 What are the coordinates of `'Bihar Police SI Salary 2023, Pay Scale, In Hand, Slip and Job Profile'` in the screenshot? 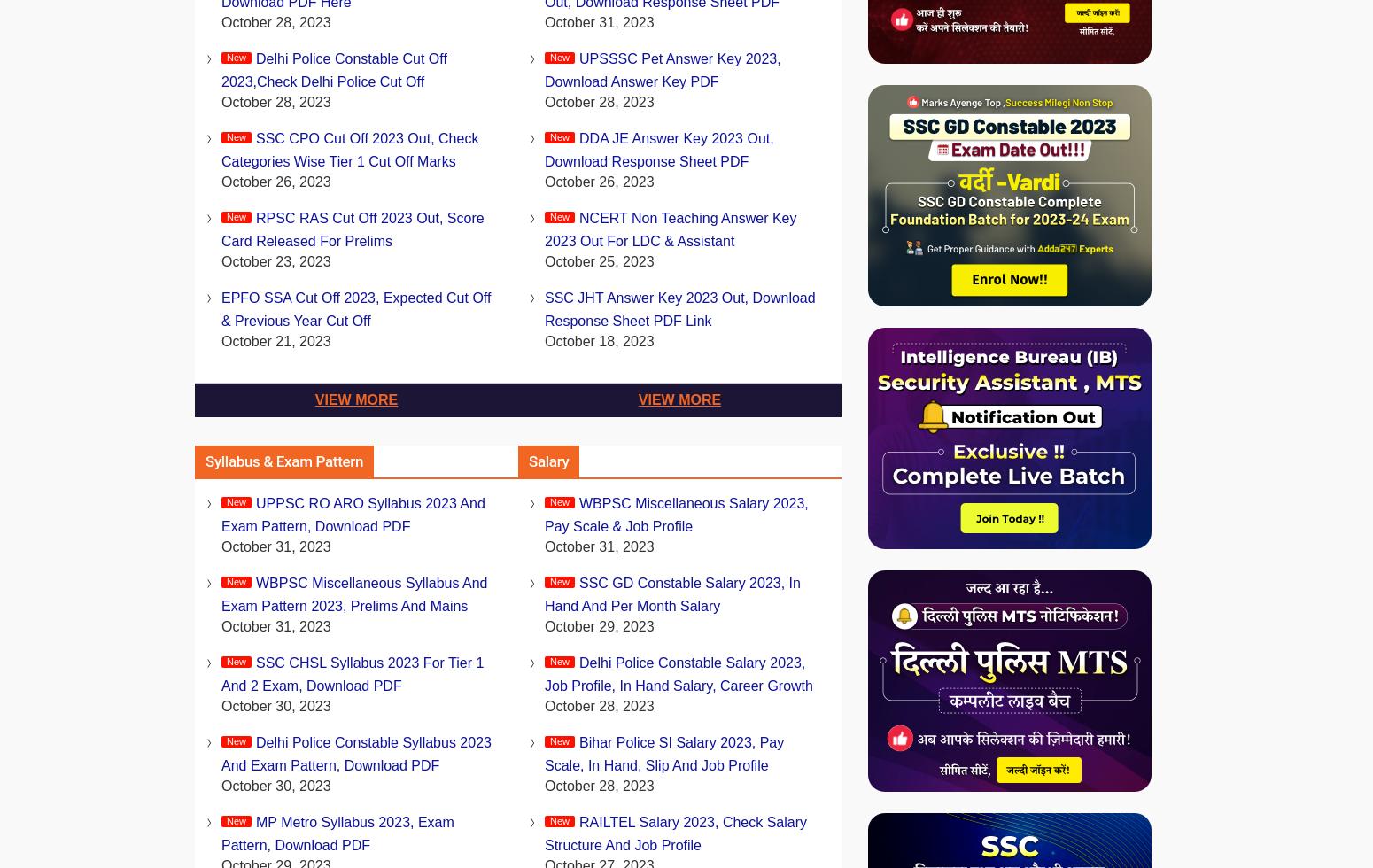 It's located at (664, 754).